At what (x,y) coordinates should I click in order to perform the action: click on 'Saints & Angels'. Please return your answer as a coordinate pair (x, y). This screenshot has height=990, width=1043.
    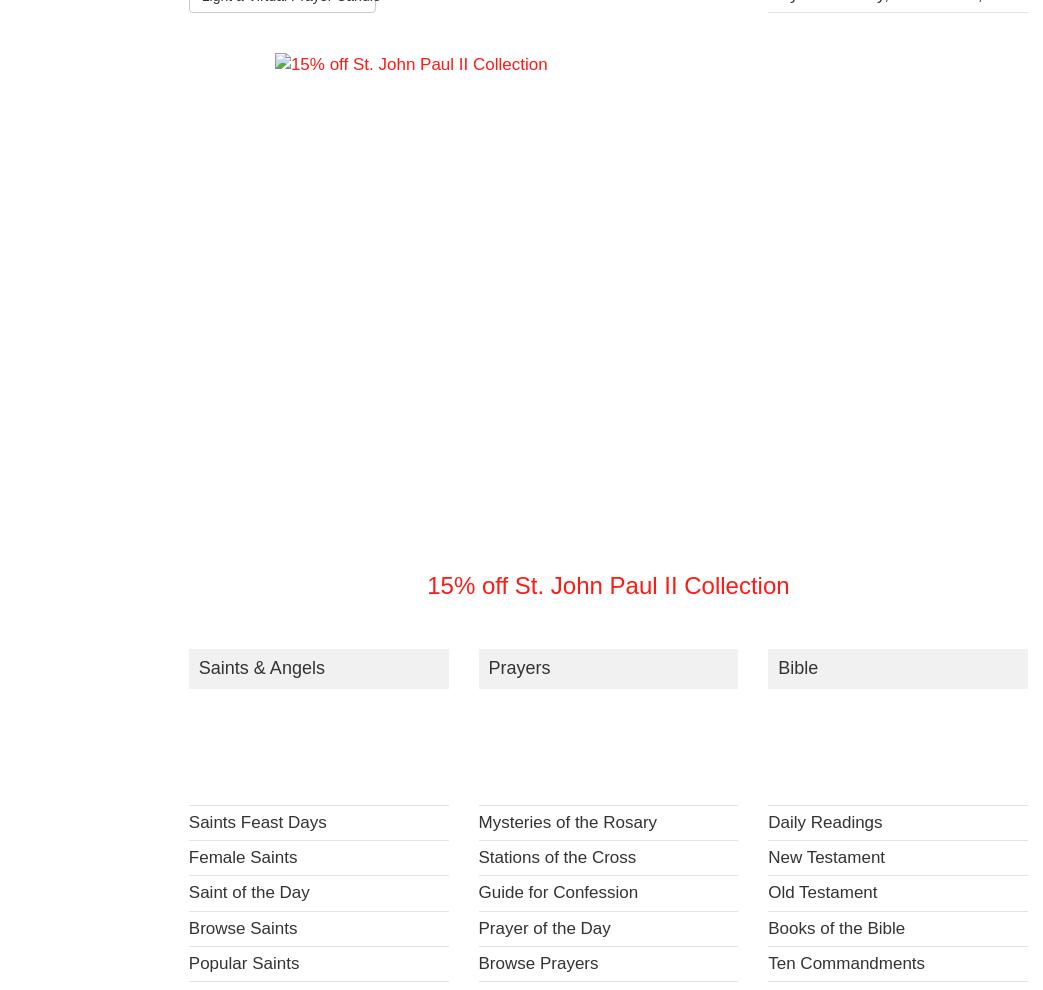
    Looking at the image, I should click on (260, 667).